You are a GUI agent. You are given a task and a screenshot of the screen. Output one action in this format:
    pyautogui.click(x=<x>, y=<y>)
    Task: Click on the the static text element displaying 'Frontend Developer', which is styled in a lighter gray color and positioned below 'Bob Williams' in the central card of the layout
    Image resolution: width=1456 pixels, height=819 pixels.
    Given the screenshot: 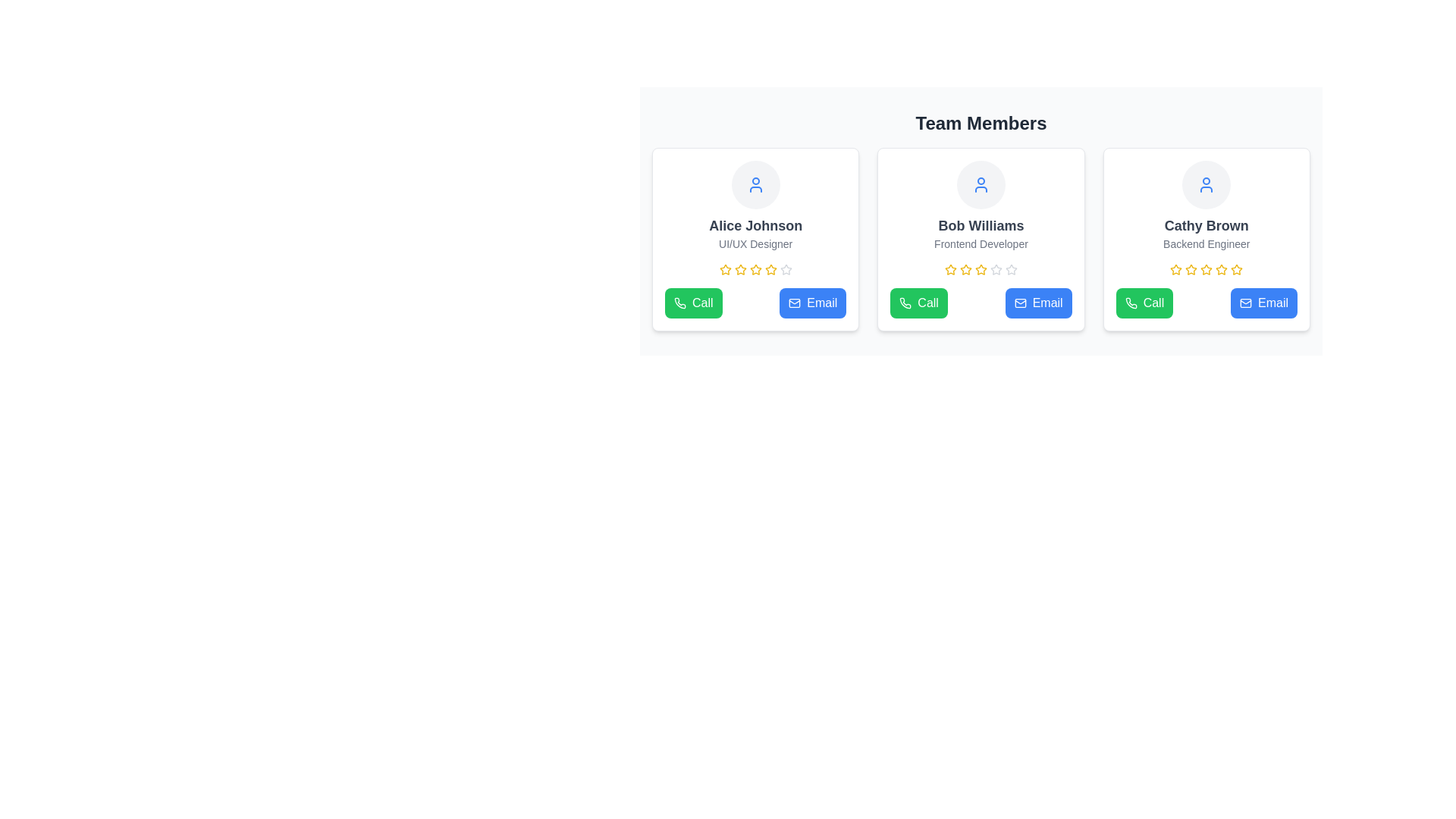 What is the action you would take?
    pyautogui.click(x=981, y=243)
    